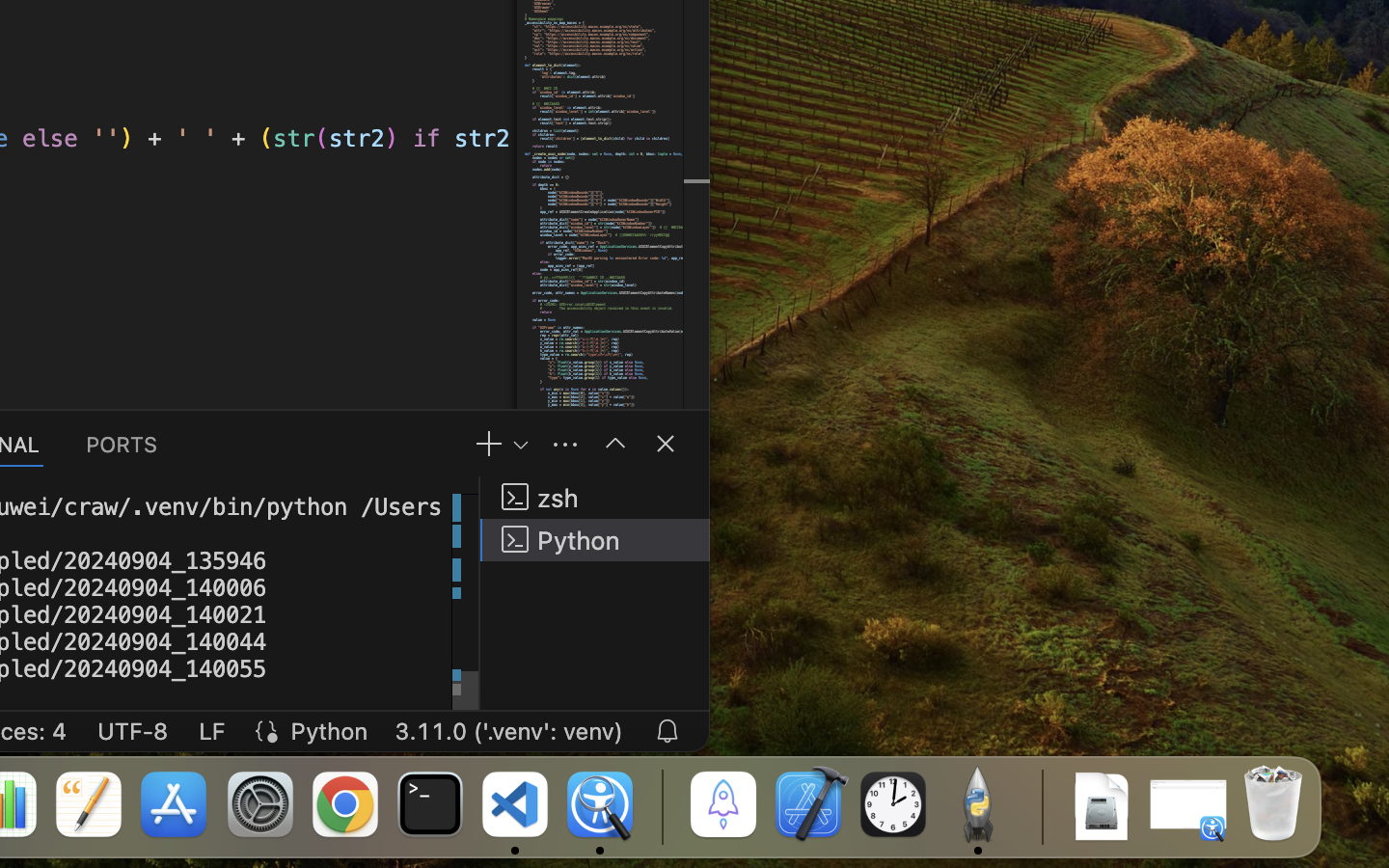 This screenshot has width=1389, height=868. I want to click on 'zsh ', so click(594, 496).